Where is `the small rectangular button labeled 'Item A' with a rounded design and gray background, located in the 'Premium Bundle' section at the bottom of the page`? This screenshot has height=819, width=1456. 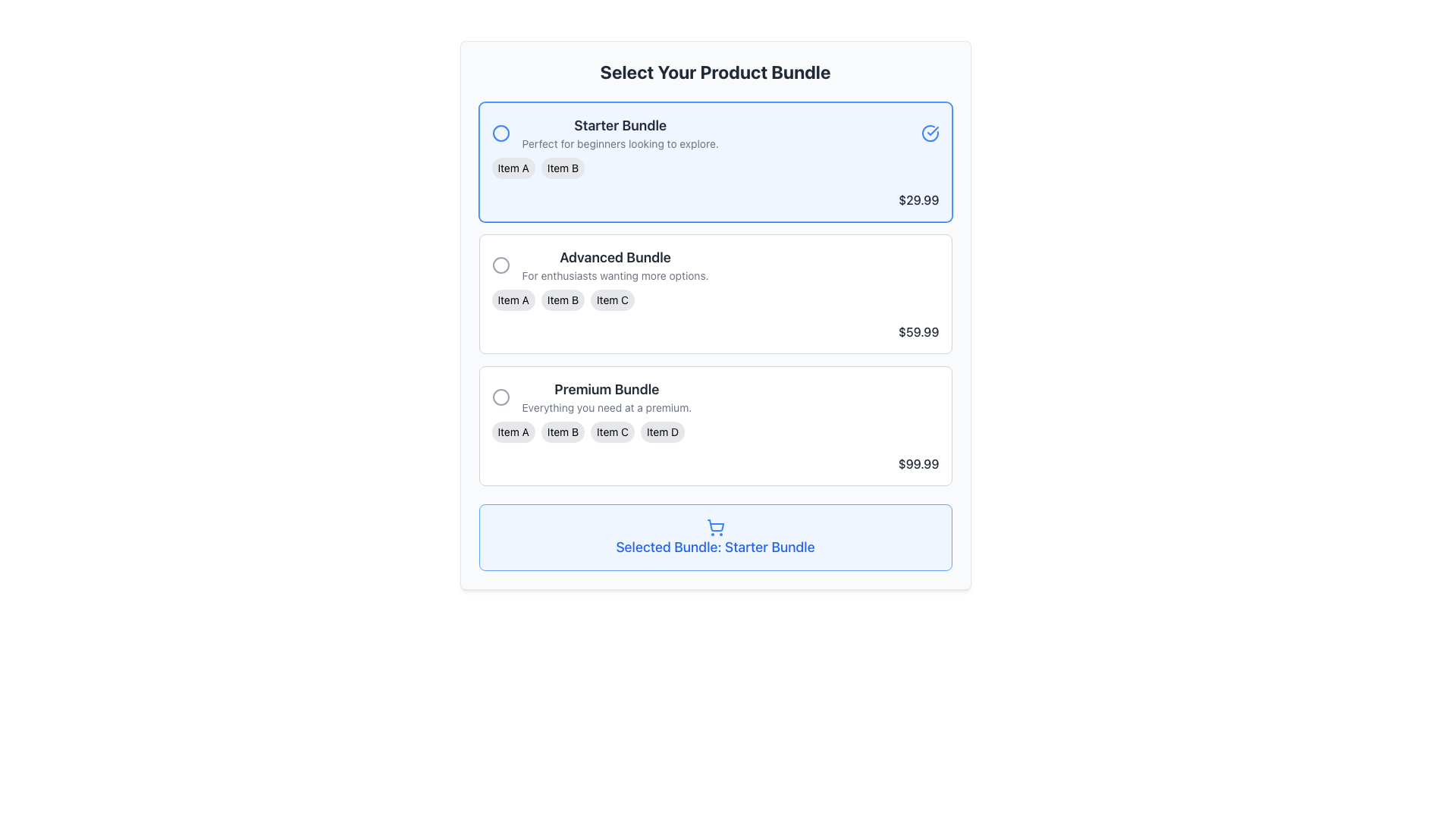 the small rectangular button labeled 'Item A' with a rounded design and gray background, located in the 'Premium Bundle' section at the bottom of the page is located at coordinates (513, 432).